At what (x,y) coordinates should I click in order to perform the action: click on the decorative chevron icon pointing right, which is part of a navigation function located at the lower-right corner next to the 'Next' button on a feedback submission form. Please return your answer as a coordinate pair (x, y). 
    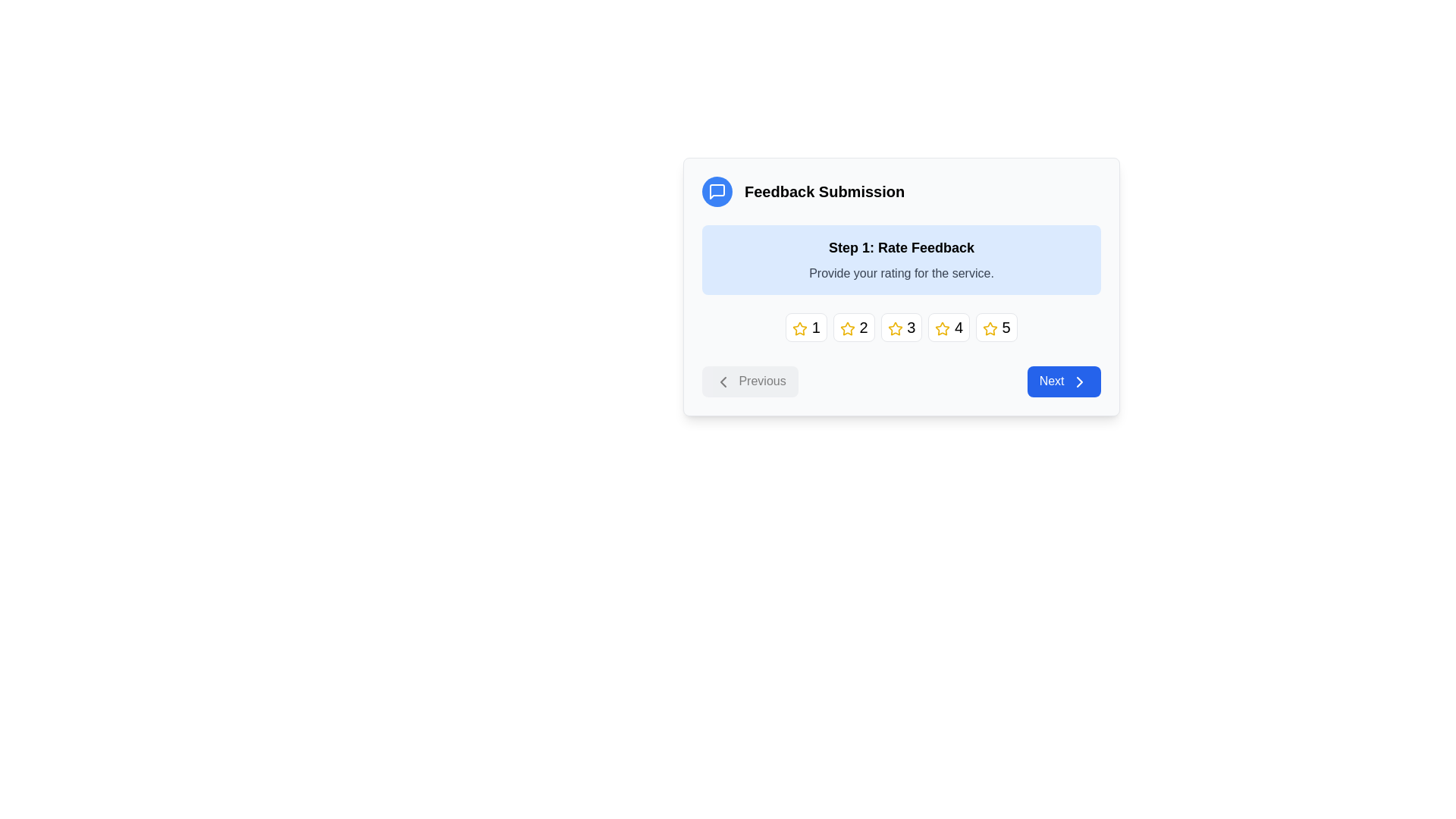
    Looking at the image, I should click on (1079, 380).